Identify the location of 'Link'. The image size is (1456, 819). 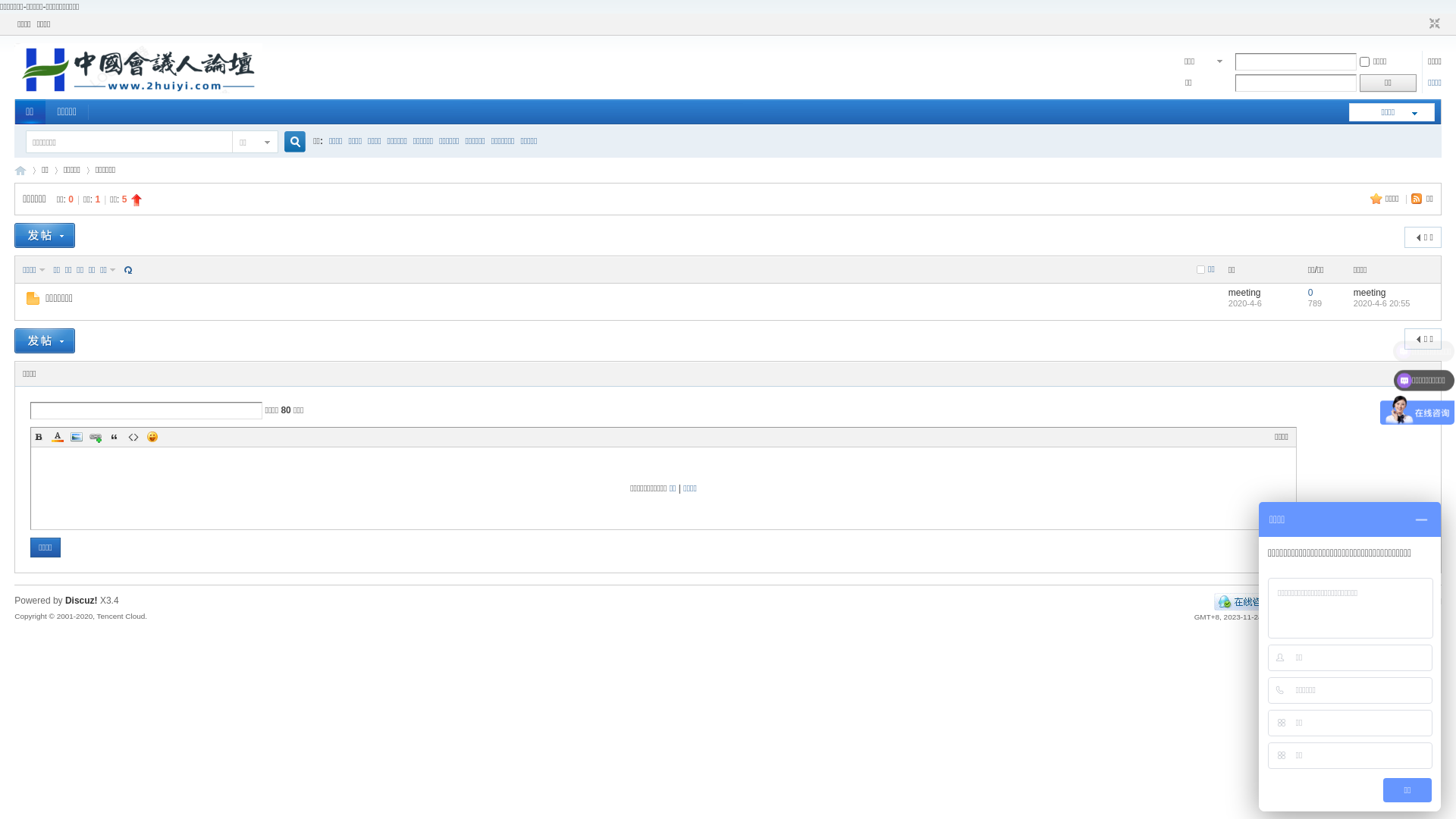
(94, 436).